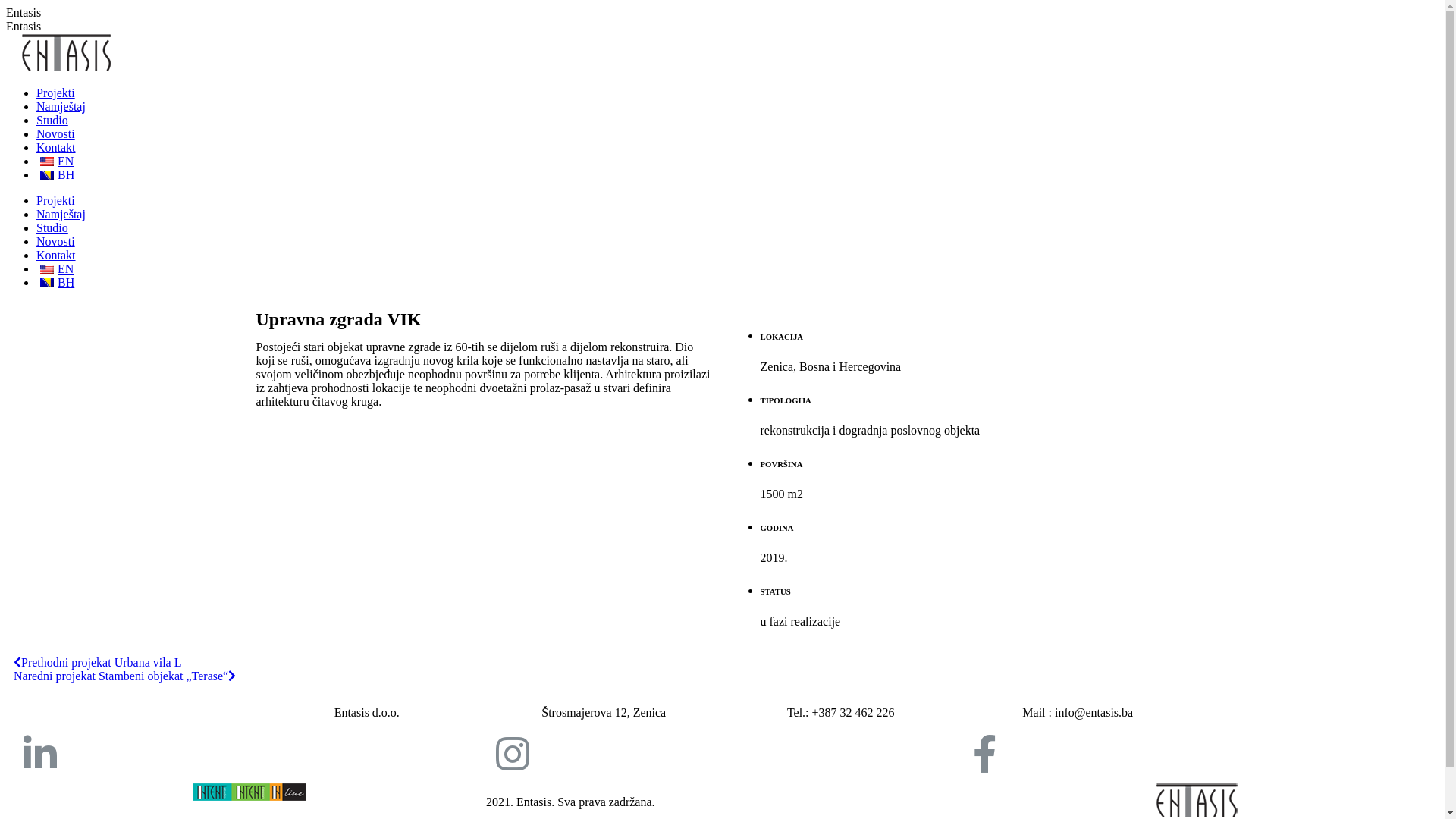 This screenshot has height=819, width=1456. Describe the element at coordinates (55, 147) in the screenshot. I see `'Kontakt'` at that location.